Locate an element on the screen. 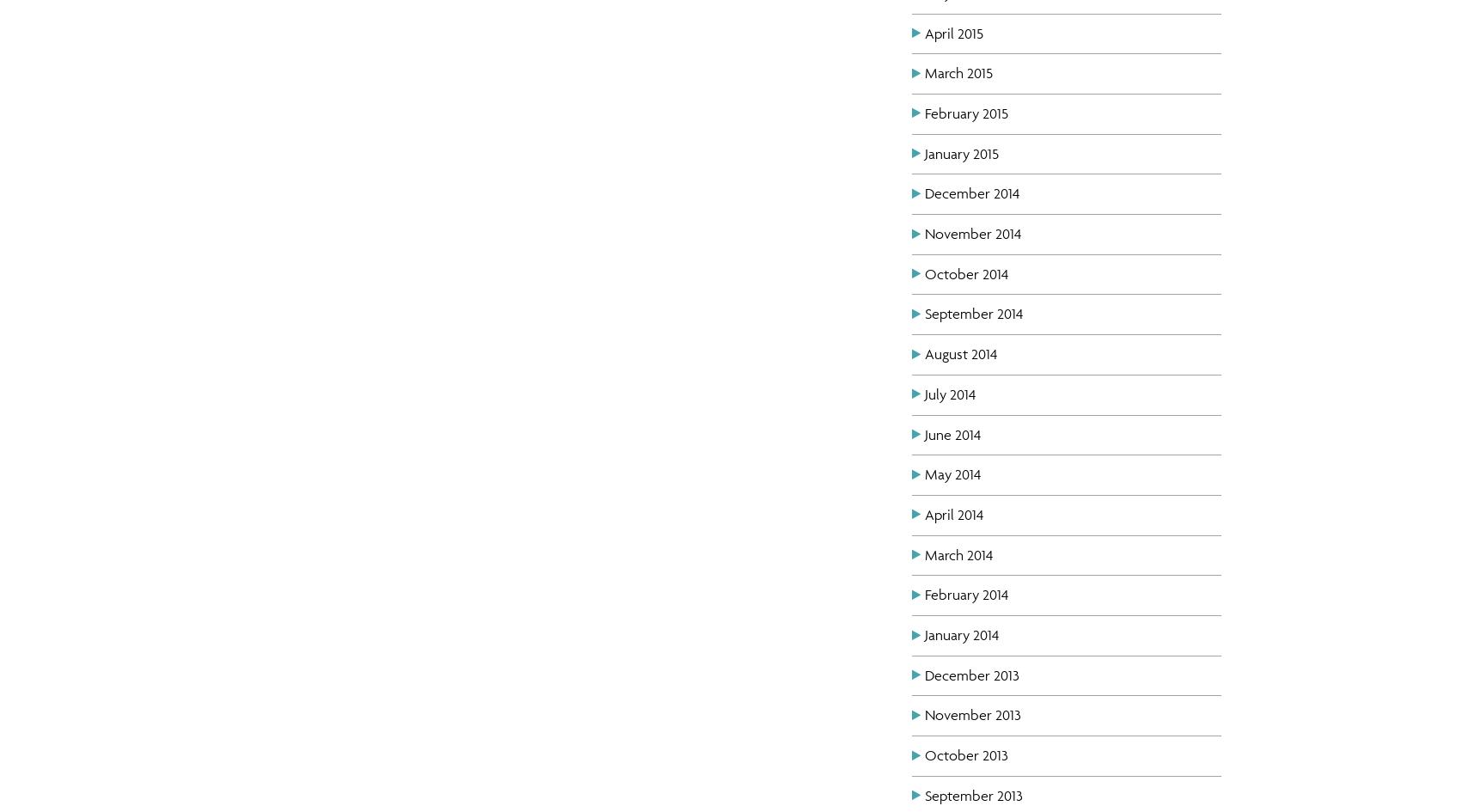 Image resolution: width=1463 pixels, height=812 pixels. 'November 2014' is located at coordinates (972, 233).